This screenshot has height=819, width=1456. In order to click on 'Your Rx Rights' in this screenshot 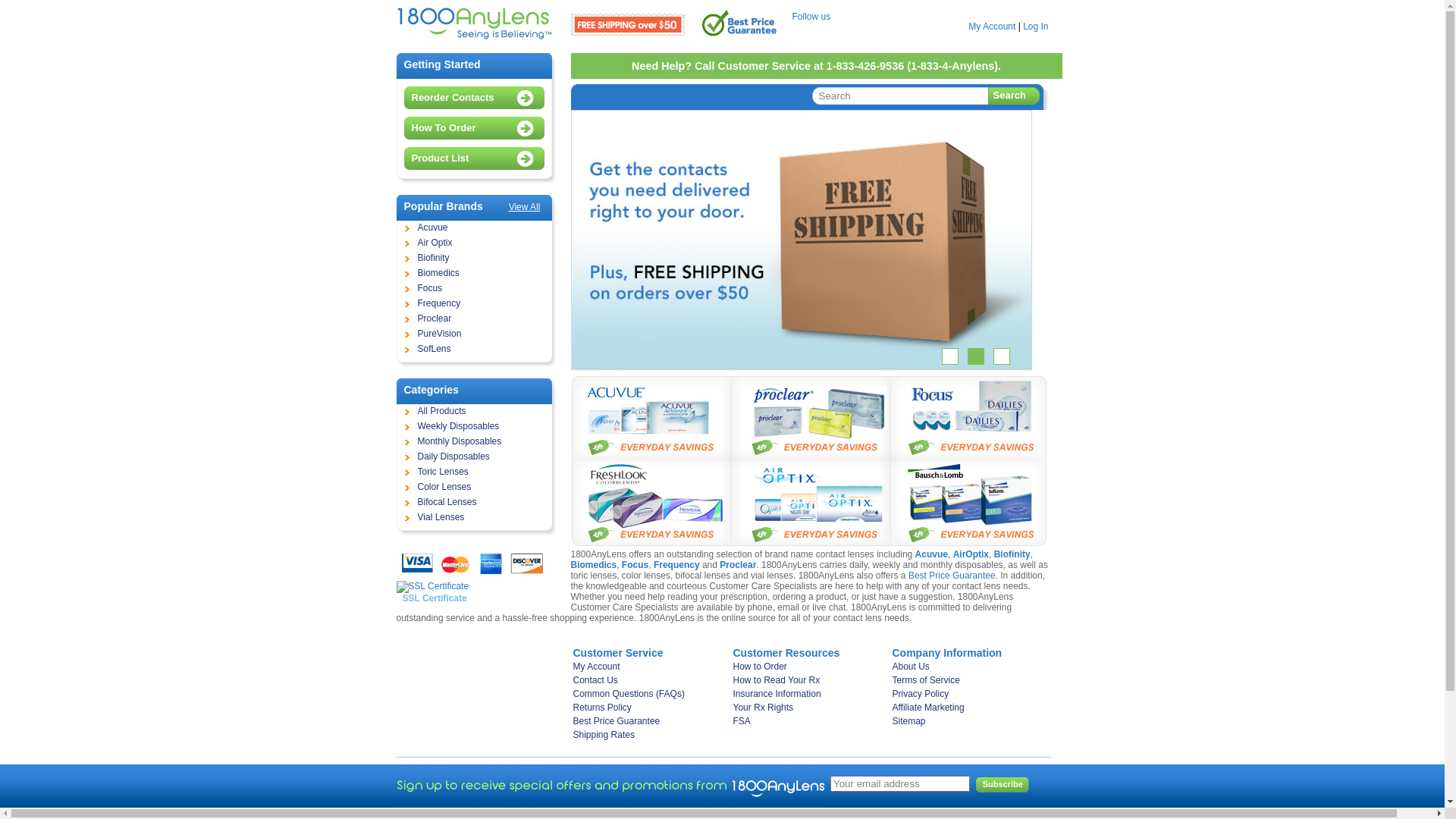, I will do `click(807, 708)`.